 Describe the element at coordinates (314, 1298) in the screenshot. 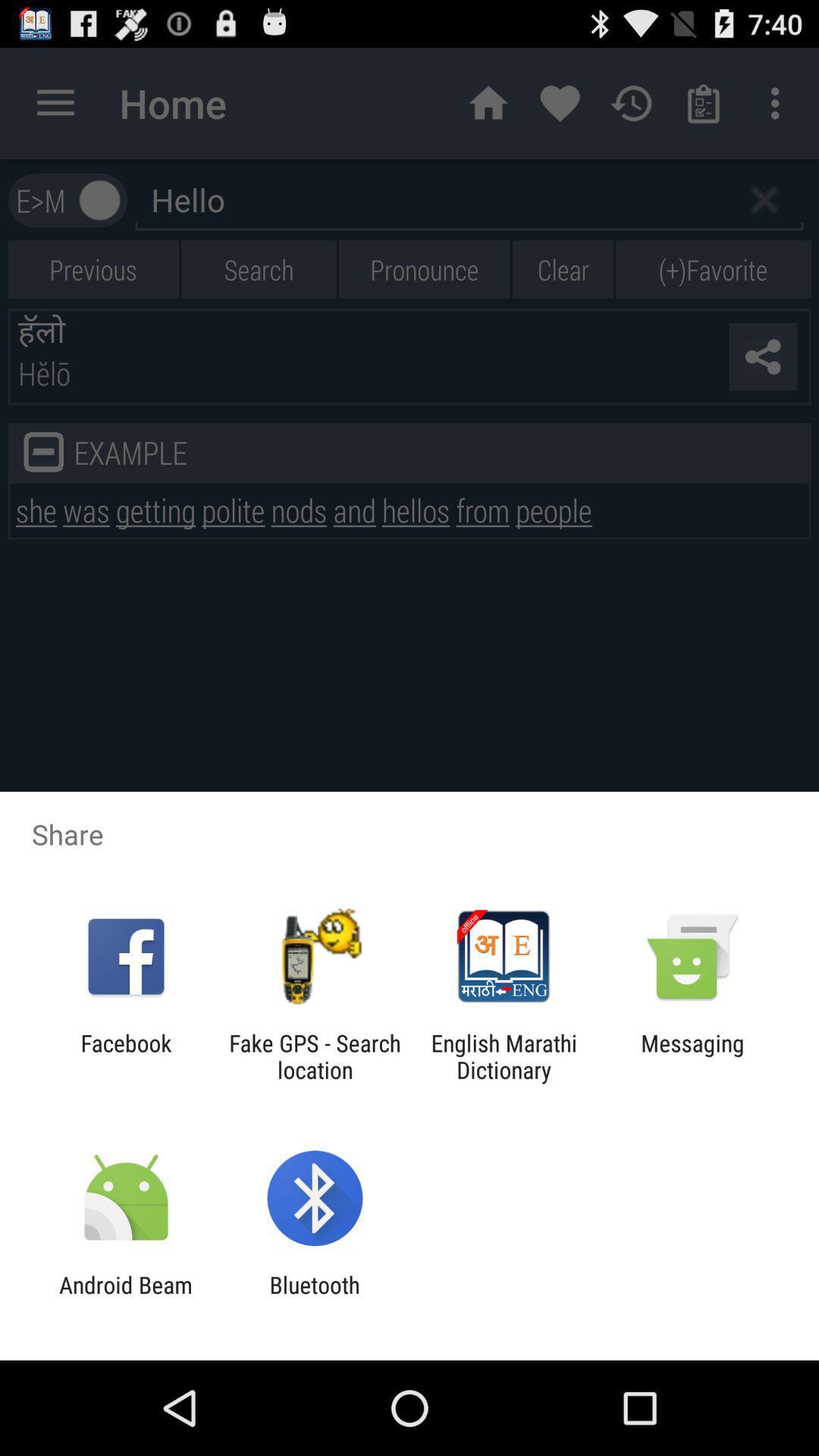

I see `item next to the android beam item` at that location.